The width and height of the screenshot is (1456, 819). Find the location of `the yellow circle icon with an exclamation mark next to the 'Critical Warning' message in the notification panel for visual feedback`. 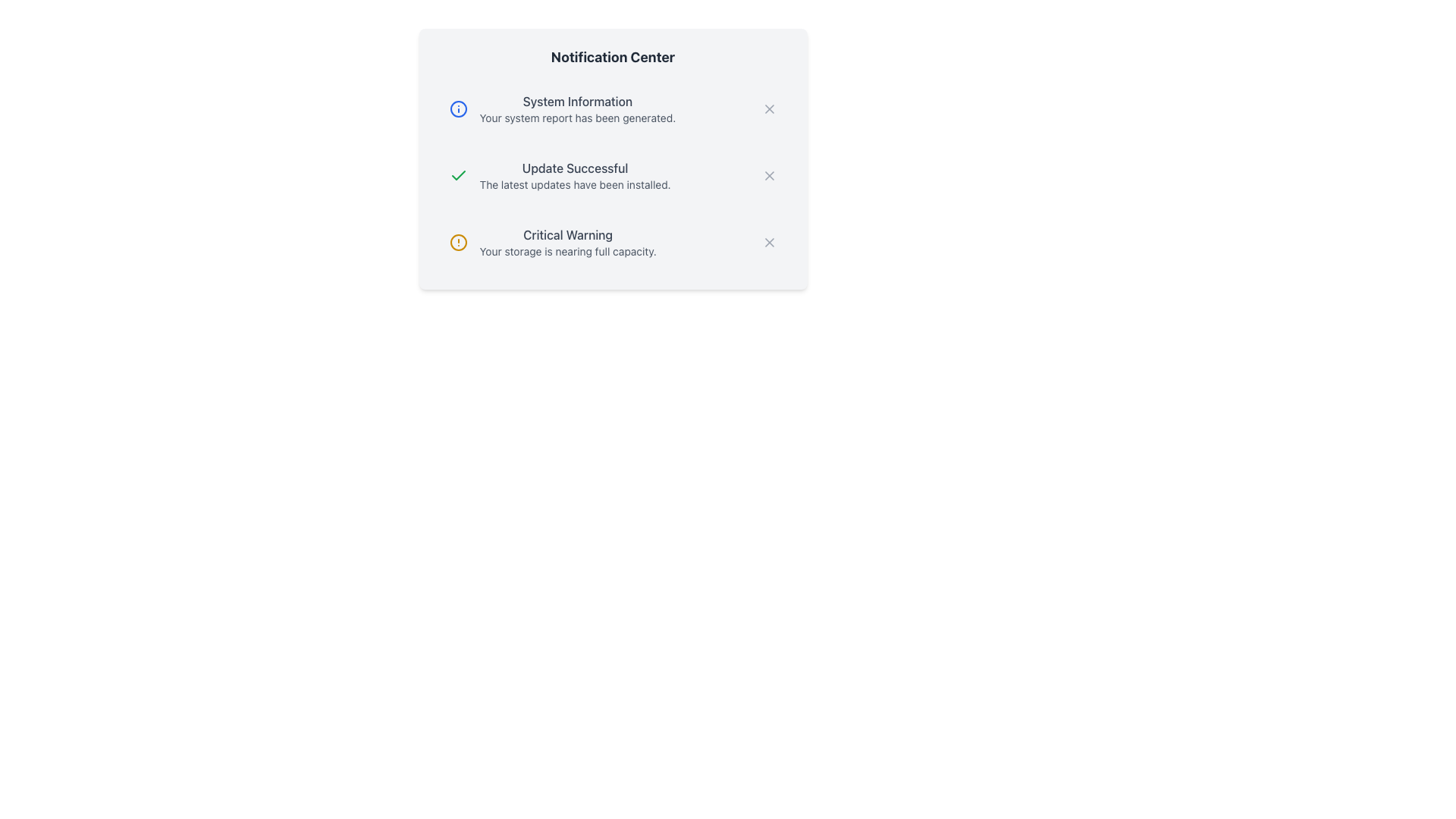

the yellow circle icon with an exclamation mark next to the 'Critical Warning' message in the notification panel for visual feedback is located at coordinates (457, 242).